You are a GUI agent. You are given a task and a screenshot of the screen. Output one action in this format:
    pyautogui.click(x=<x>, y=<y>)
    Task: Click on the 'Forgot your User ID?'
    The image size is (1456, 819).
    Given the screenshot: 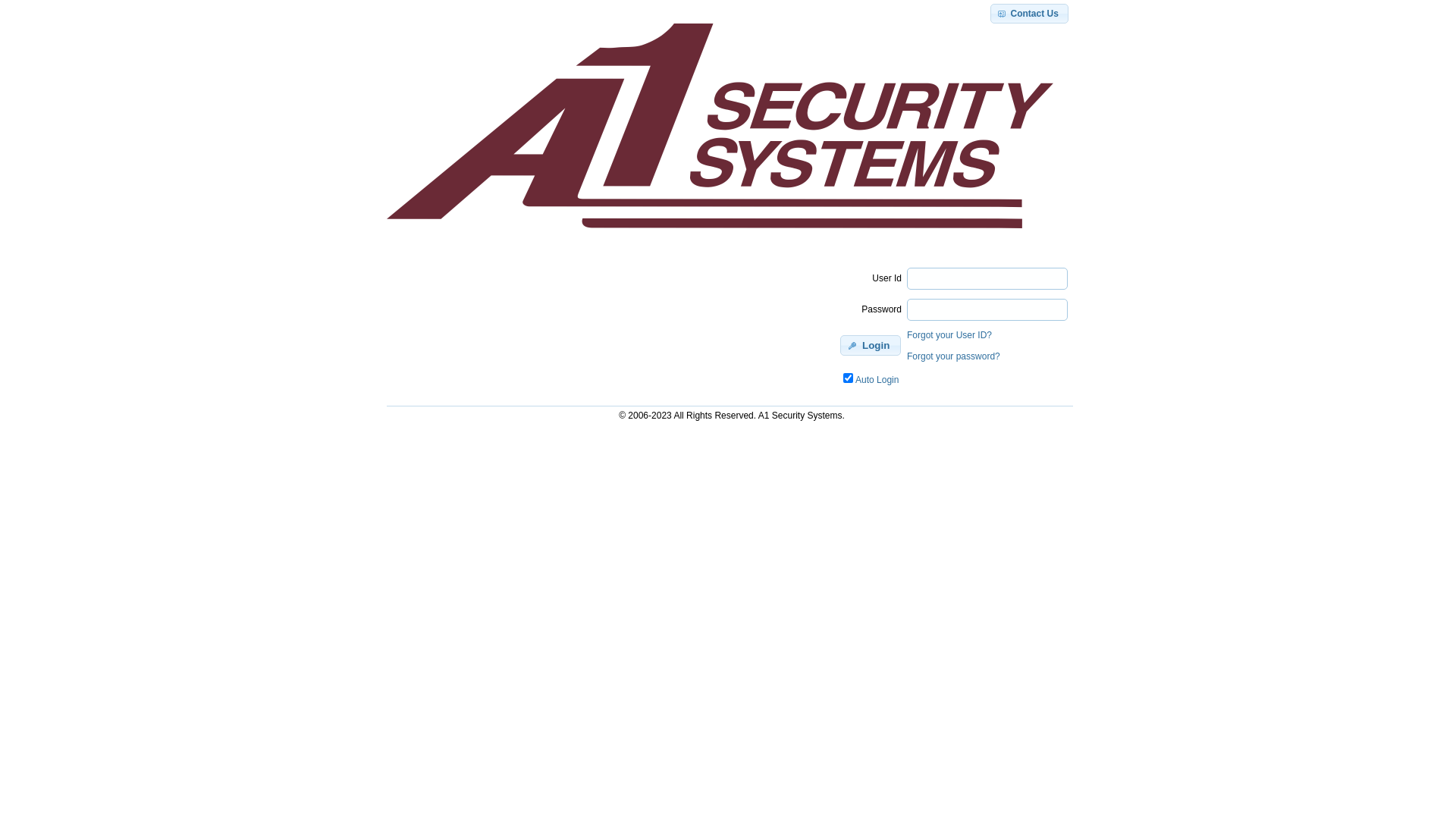 What is the action you would take?
    pyautogui.click(x=949, y=334)
    